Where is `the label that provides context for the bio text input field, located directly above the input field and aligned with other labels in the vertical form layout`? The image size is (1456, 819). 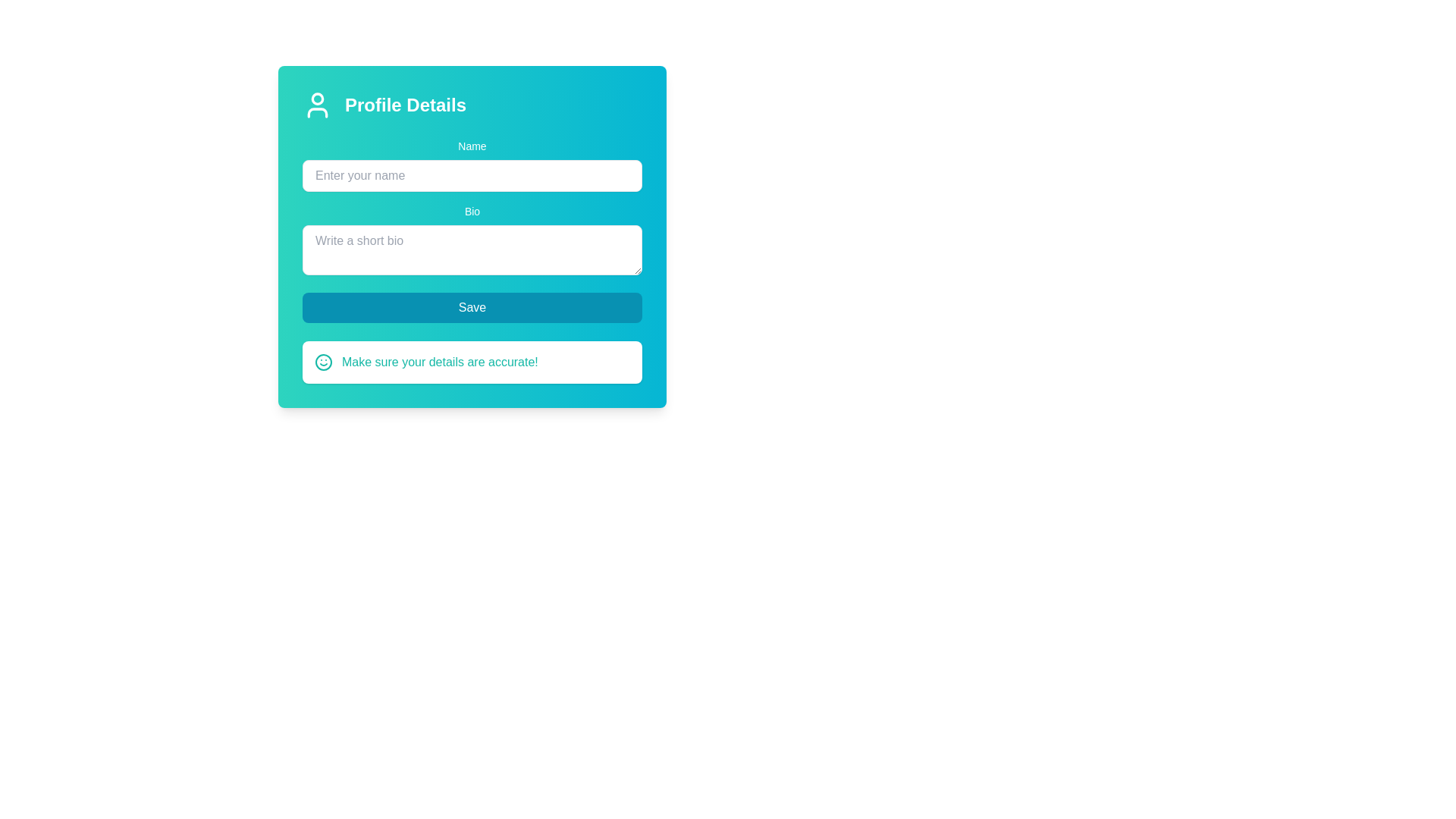 the label that provides context for the bio text input field, located directly above the input field and aligned with other labels in the vertical form layout is located at coordinates (472, 211).